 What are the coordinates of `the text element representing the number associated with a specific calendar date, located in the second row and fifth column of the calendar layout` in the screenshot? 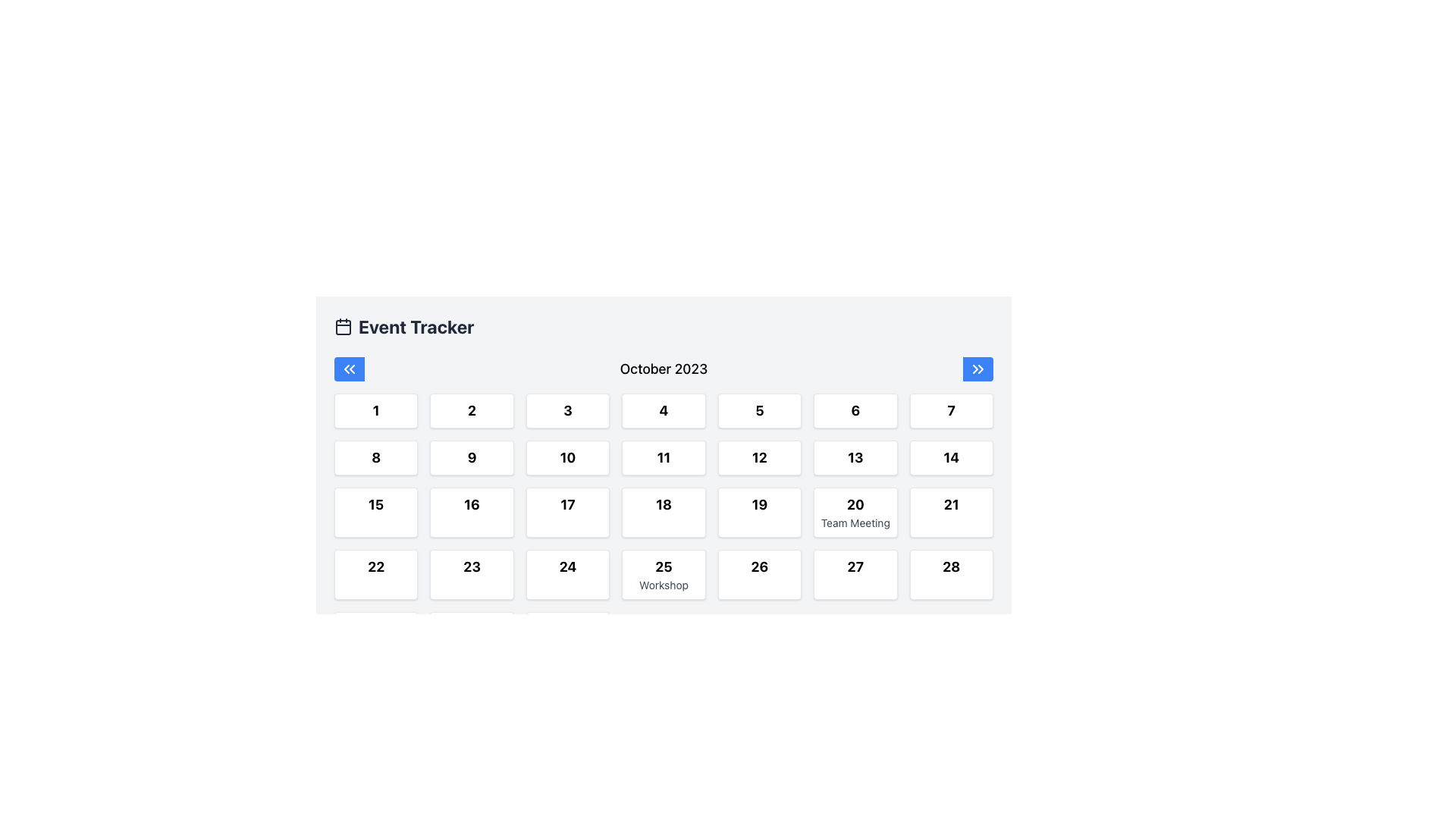 It's located at (759, 411).